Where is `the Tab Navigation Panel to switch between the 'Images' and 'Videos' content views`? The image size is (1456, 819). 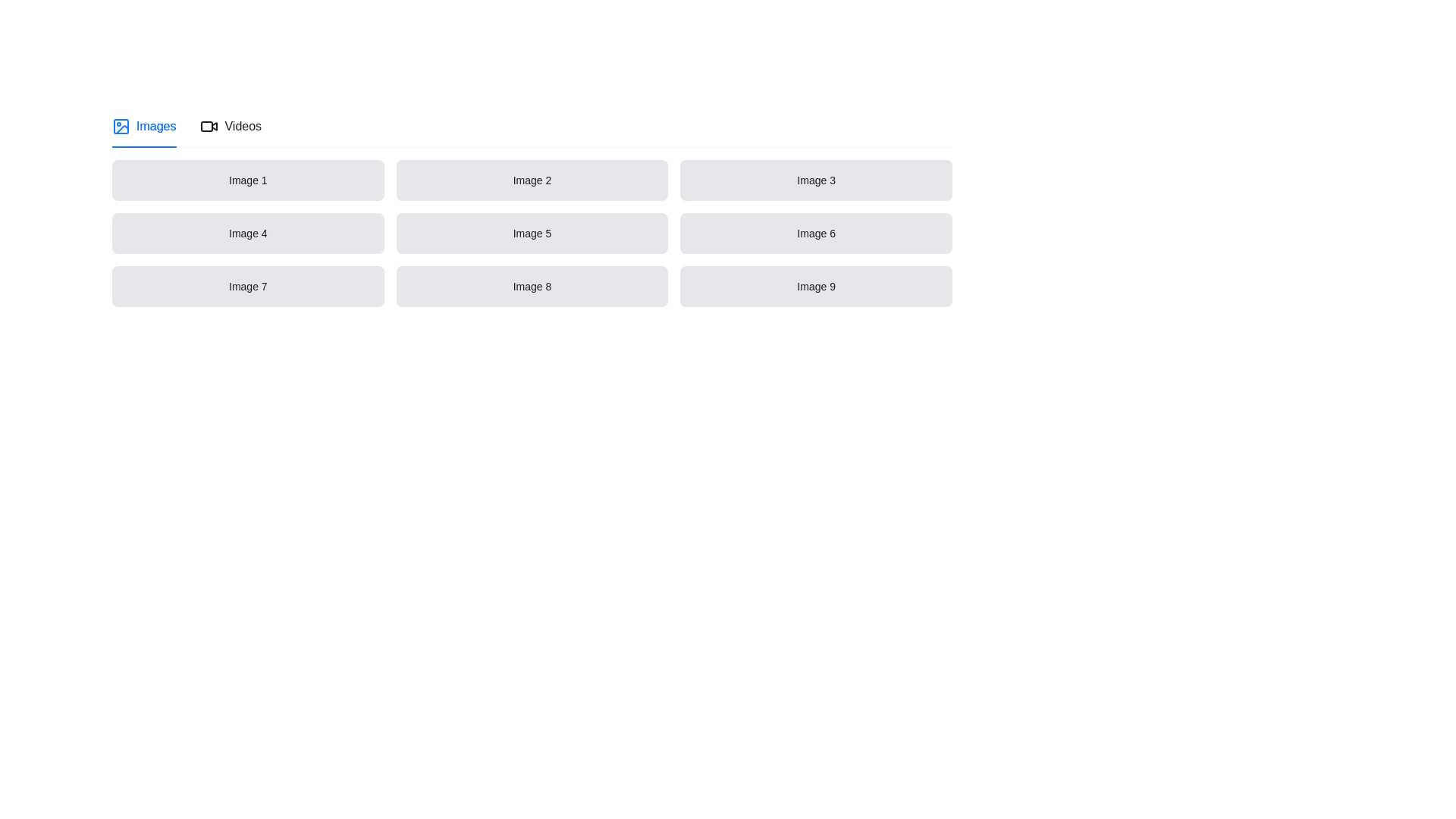 the Tab Navigation Panel to switch between the 'Images' and 'Videos' content views is located at coordinates (532, 124).